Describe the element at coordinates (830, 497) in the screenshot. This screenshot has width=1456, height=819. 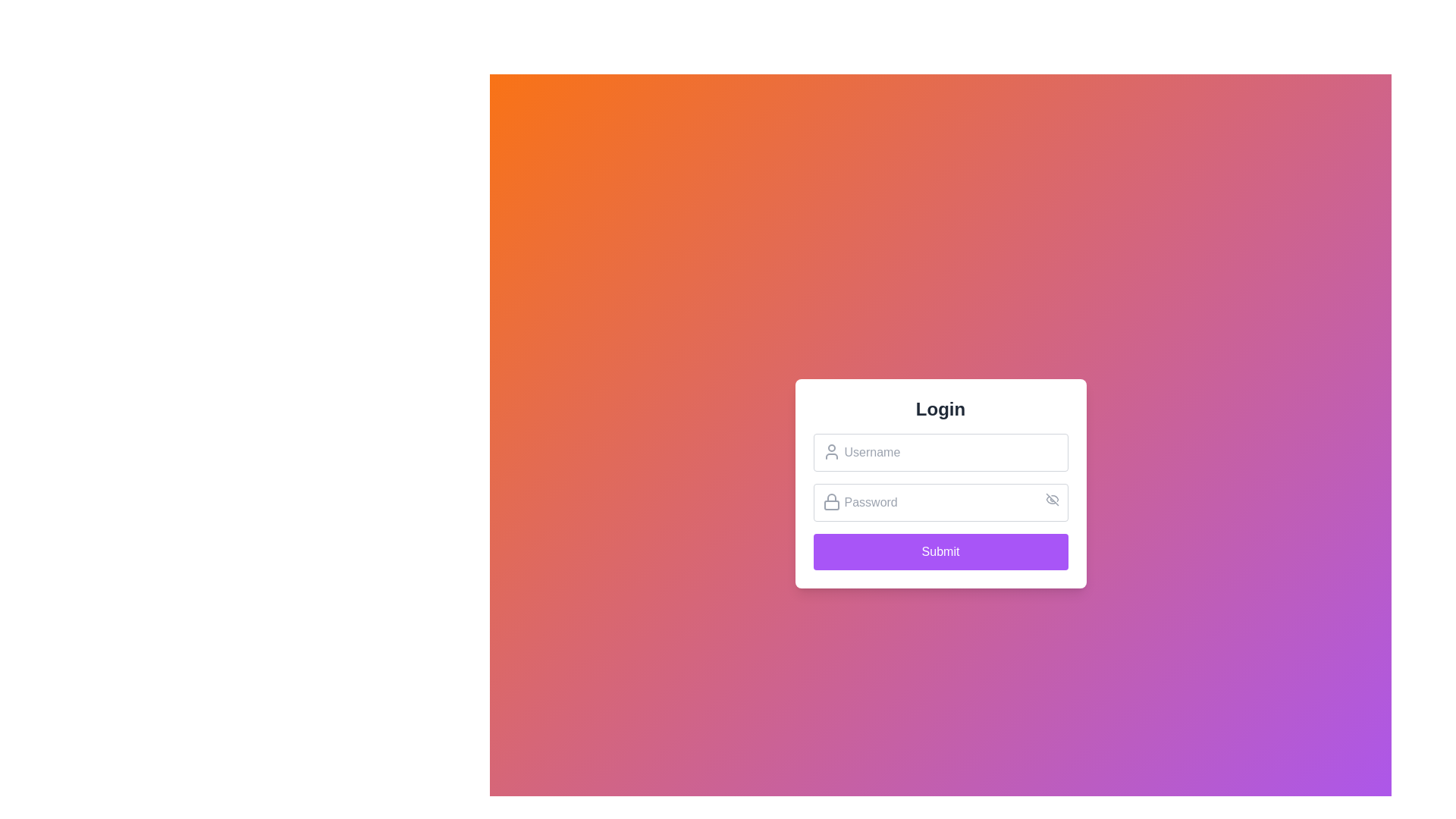
I see `the lock icon component indicating the password input field in the login form to enhance user understanding` at that location.